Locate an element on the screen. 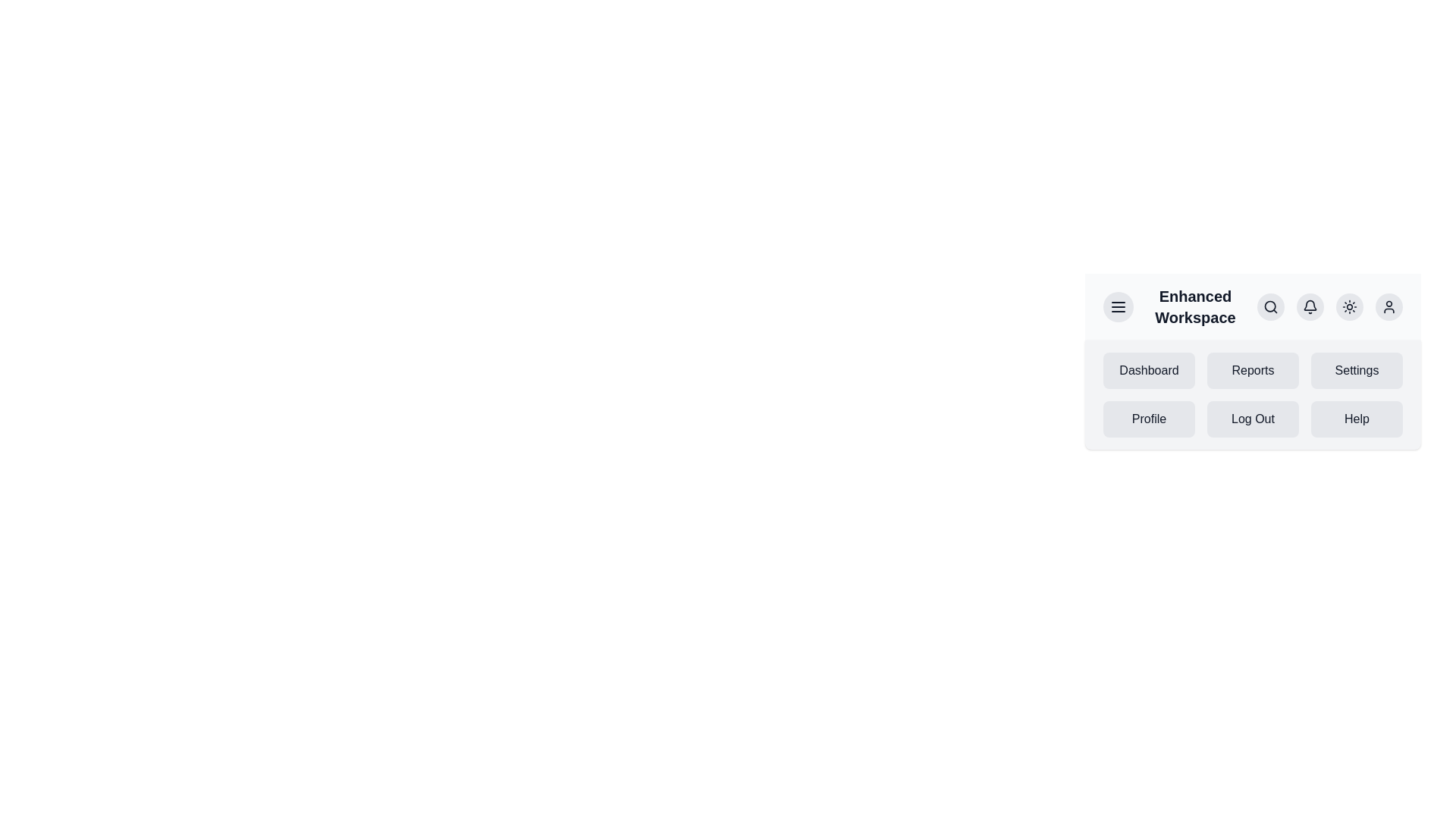 This screenshot has width=1456, height=819. the notifications bell icon to open the notifications panel is located at coordinates (1310, 307).